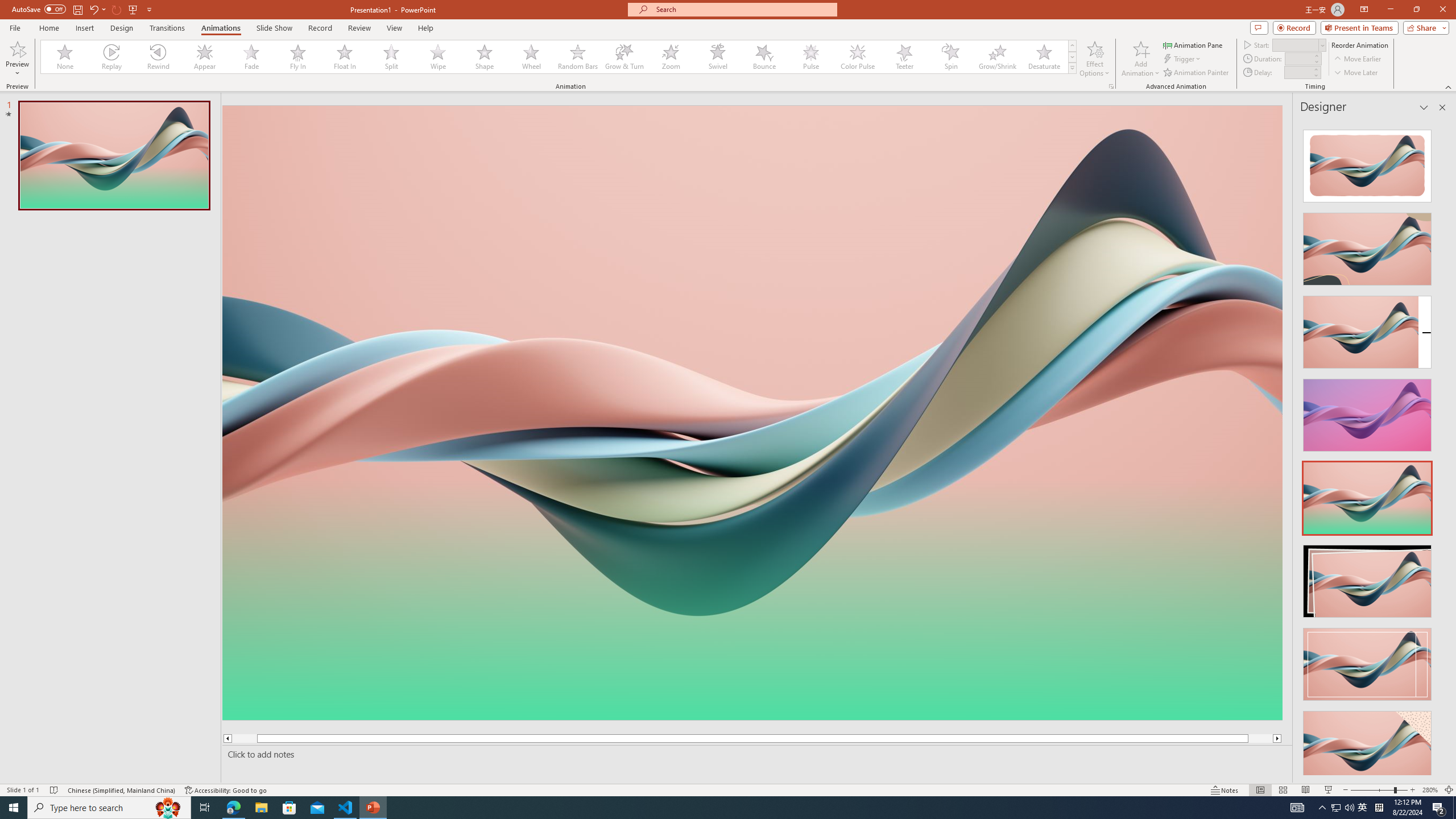 The image size is (1456, 819). I want to click on 'Random Bars', so click(577, 56).